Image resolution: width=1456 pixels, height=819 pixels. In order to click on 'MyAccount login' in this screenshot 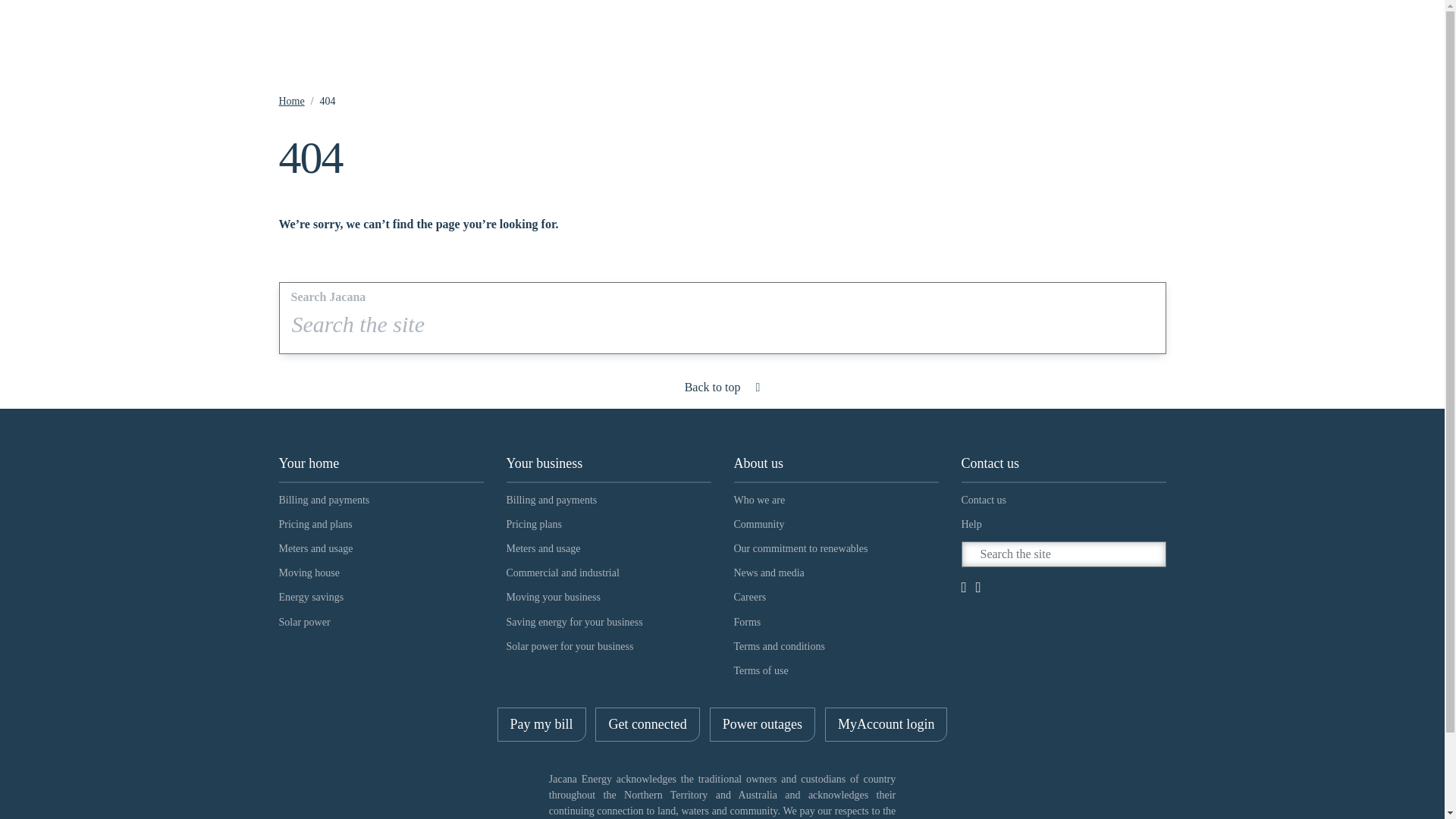, I will do `click(886, 723)`.